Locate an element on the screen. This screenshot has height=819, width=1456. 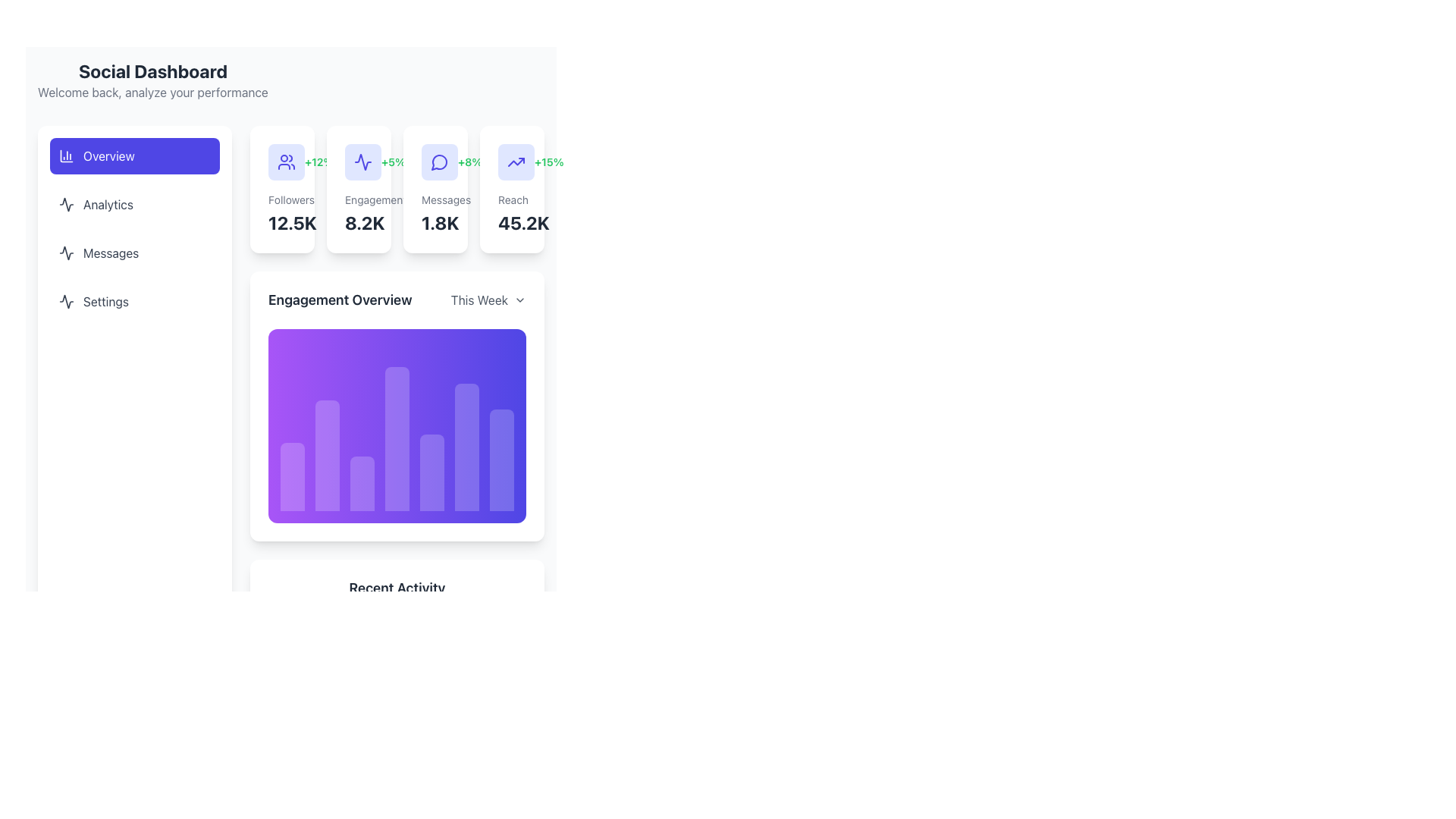
the static text label indicating the 'Overview' section within the vertical navigation menu on the left side of the interface is located at coordinates (108, 155).